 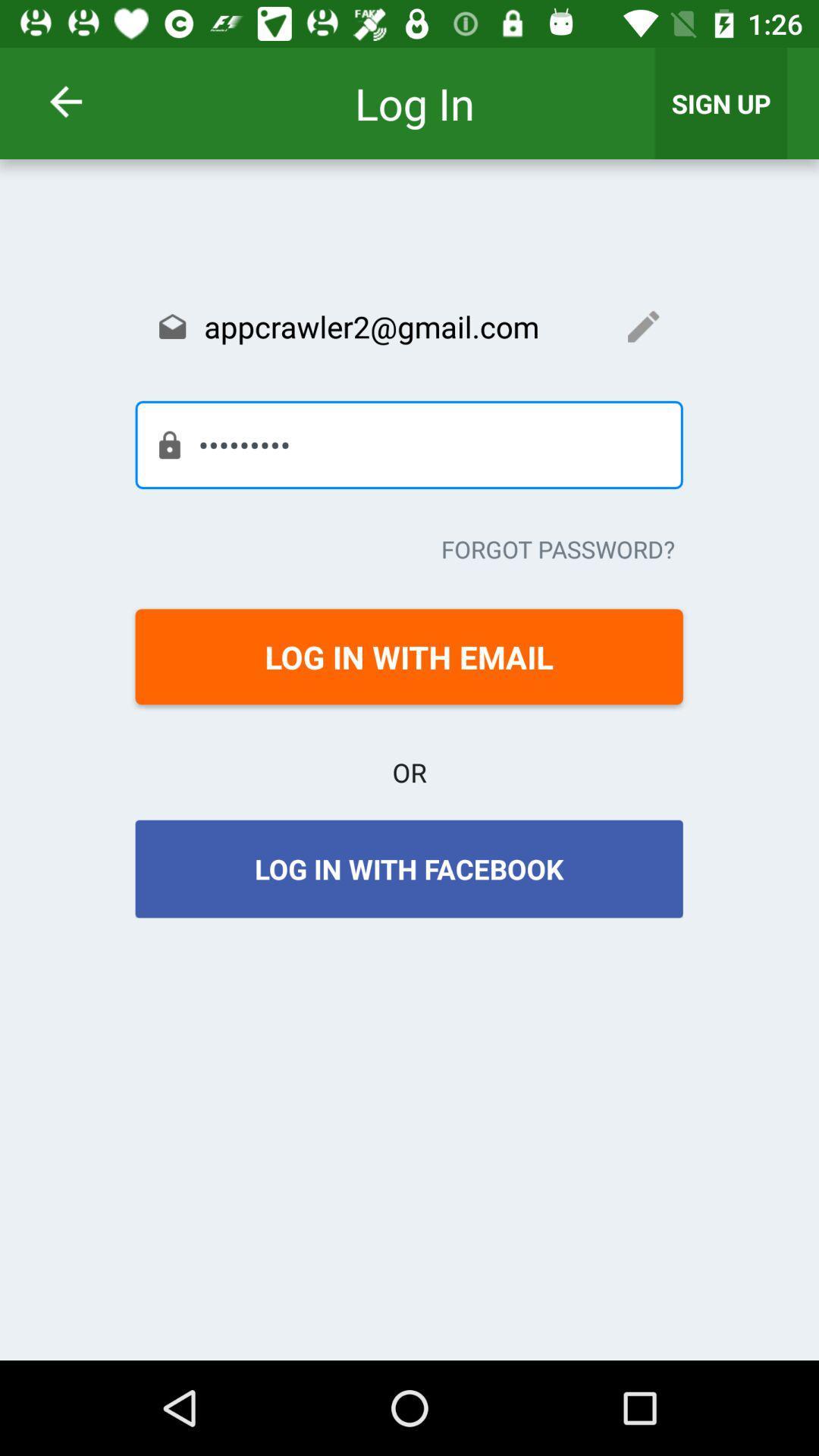 What do you see at coordinates (720, 102) in the screenshot?
I see `sign up icon` at bounding box center [720, 102].